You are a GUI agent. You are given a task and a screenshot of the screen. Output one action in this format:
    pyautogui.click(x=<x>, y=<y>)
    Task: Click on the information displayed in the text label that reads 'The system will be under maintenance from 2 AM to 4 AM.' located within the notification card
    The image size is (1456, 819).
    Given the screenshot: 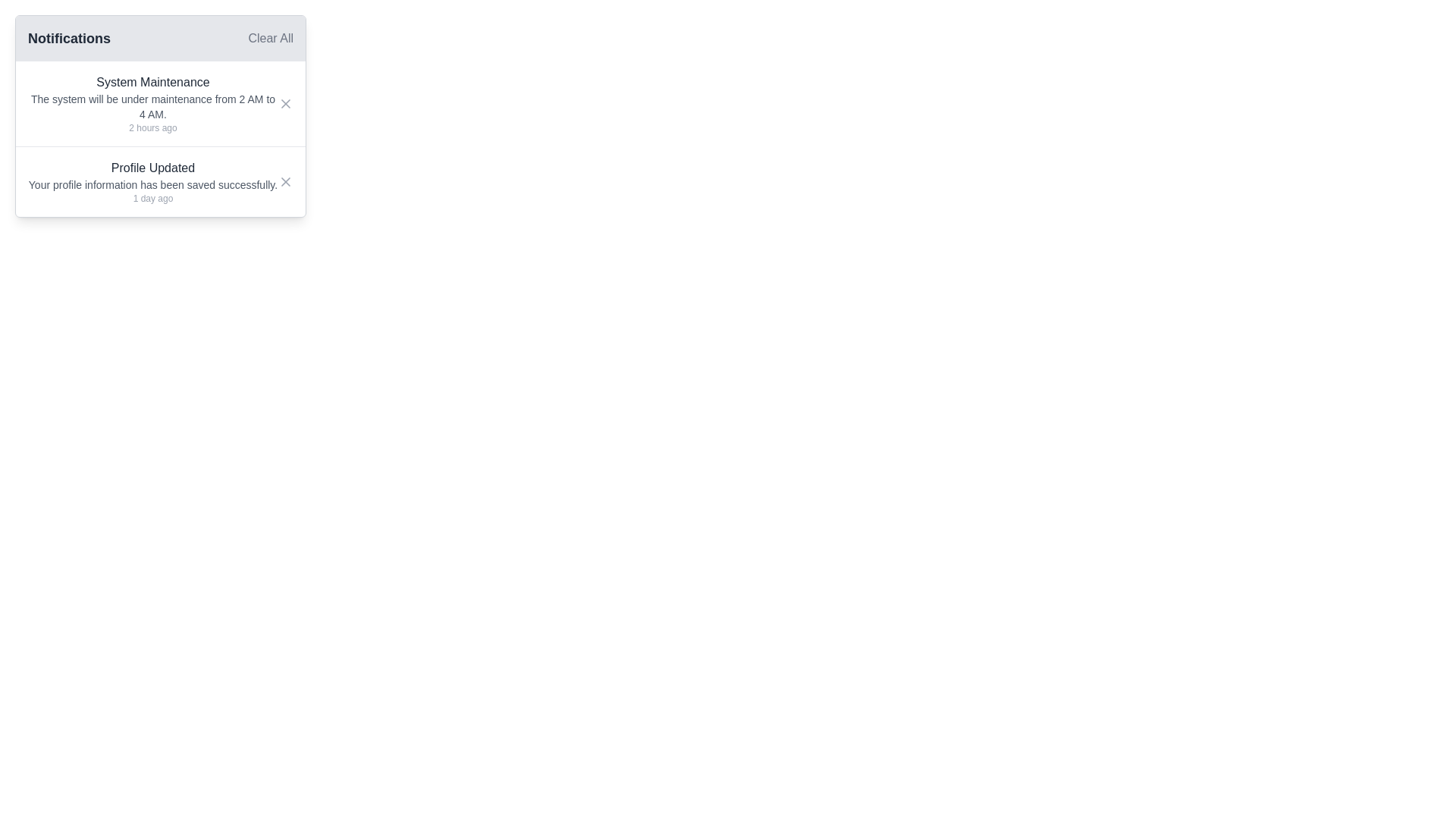 What is the action you would take?
    pyautogui.click(x=152, y=106)
    